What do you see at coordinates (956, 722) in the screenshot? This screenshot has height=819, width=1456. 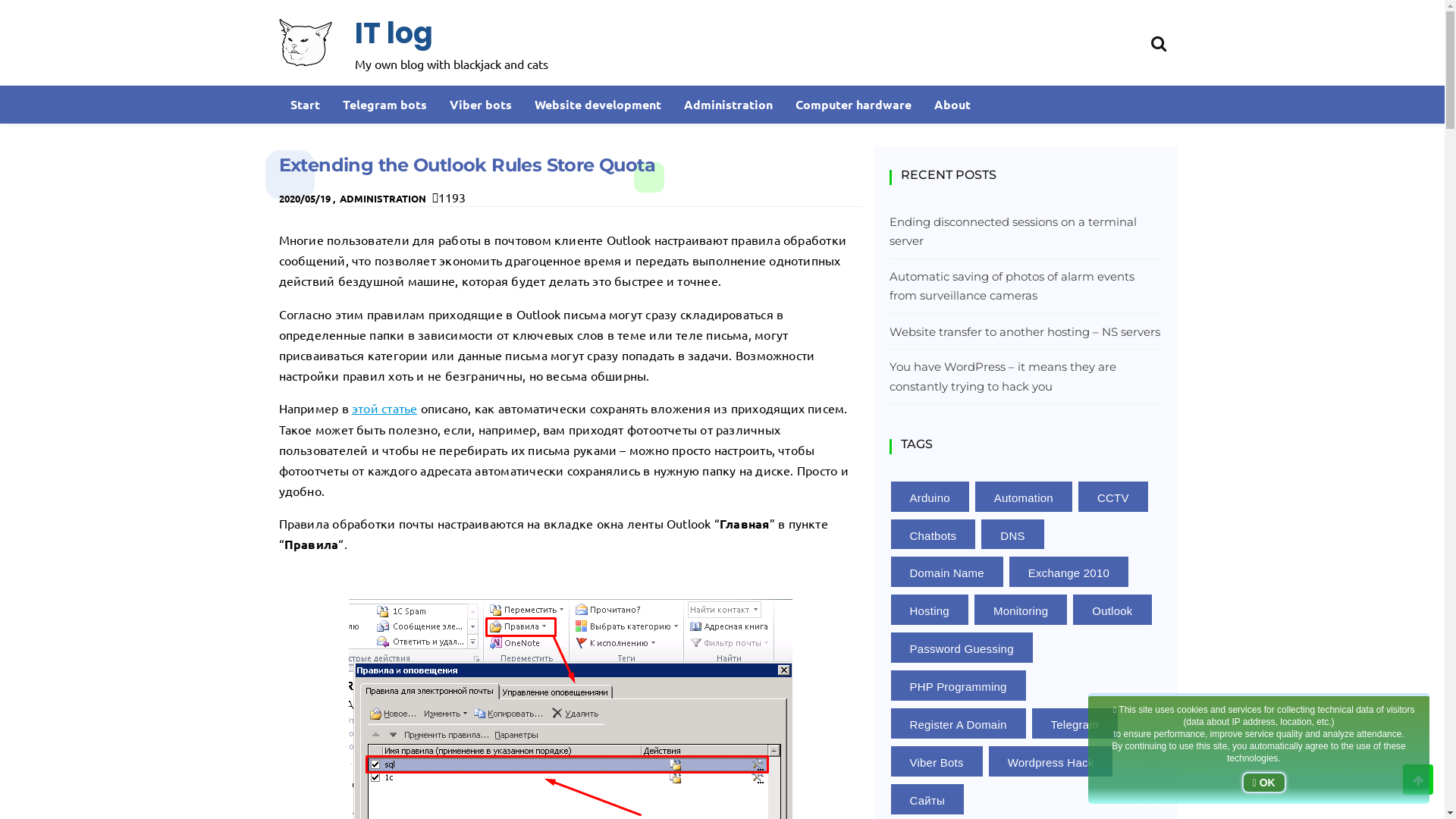 I see `'Register A Domain'` at bounding box center [956, 722].